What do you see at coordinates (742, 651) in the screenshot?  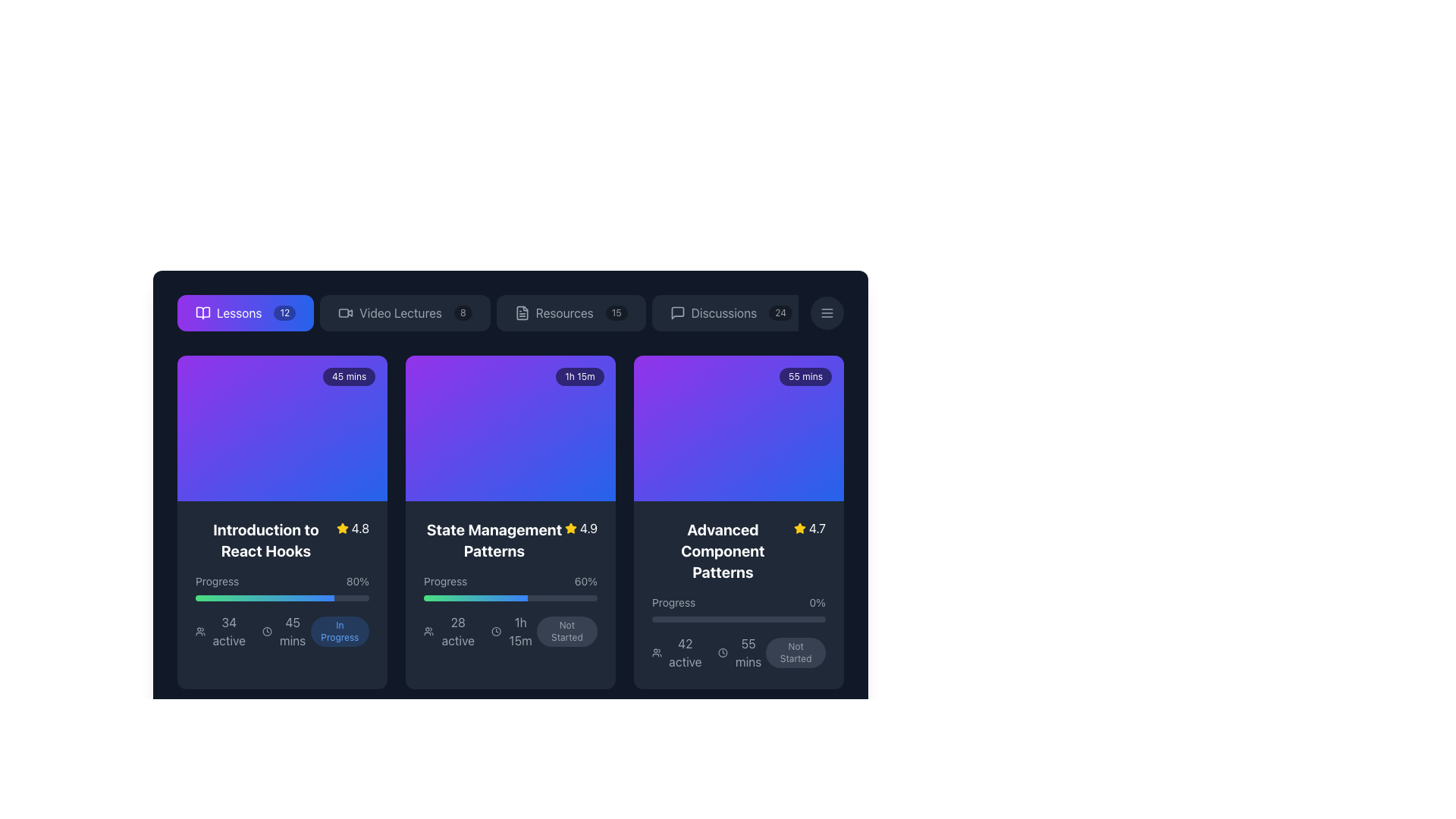 I see `the static text displaying the duration associated with the content on the third content card at the bottom section` at bounding box center [742, 651].